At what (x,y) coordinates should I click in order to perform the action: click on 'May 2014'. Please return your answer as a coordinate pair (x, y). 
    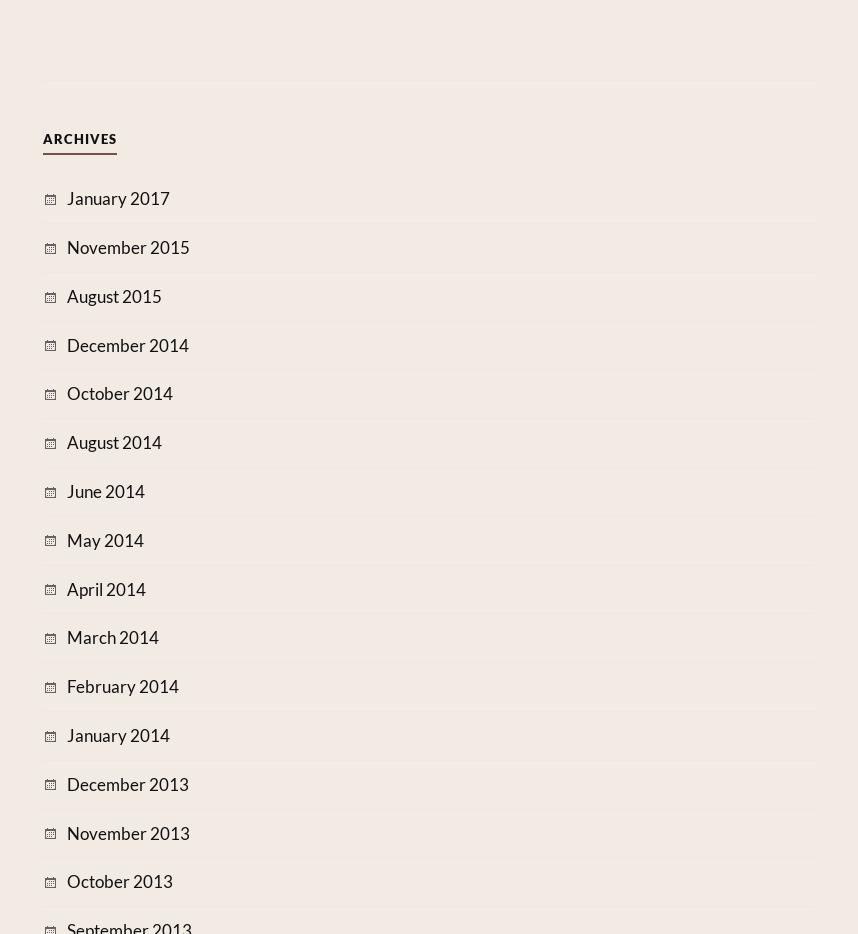
    Looking at the image, I should click on (64, 539).